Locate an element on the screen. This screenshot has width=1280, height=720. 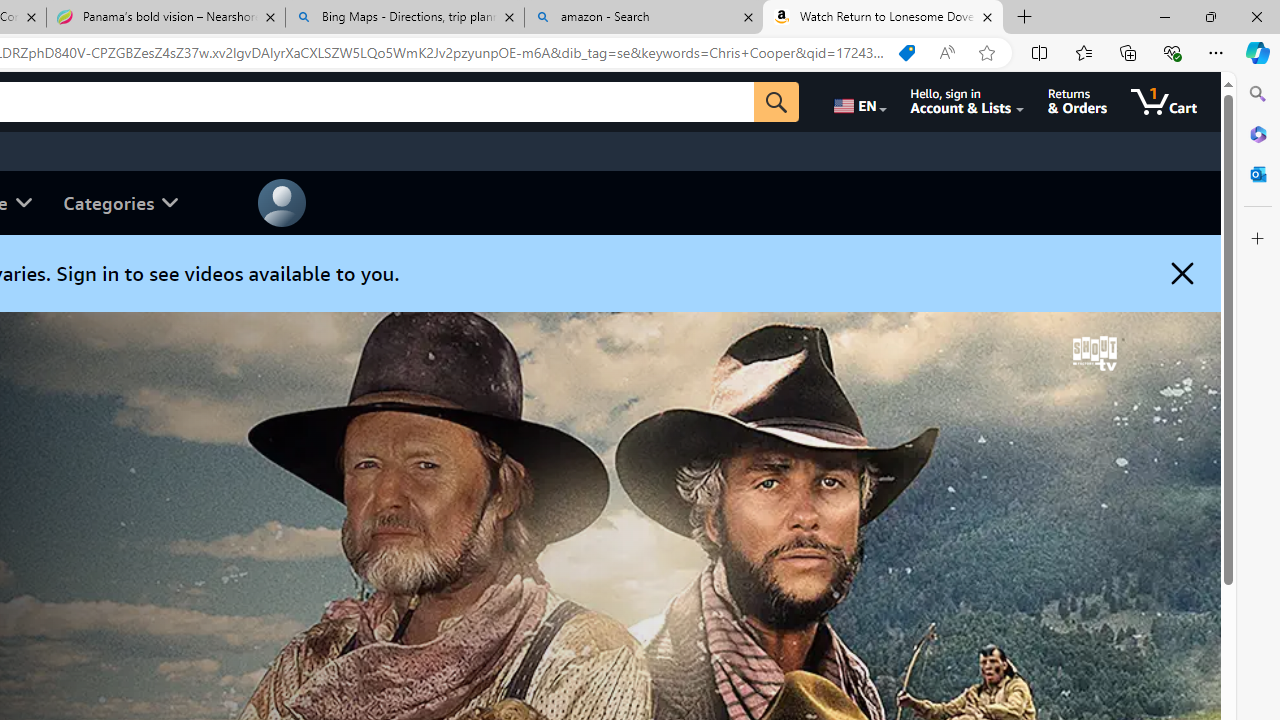
'Categories' is located at coordinates (119, 203).